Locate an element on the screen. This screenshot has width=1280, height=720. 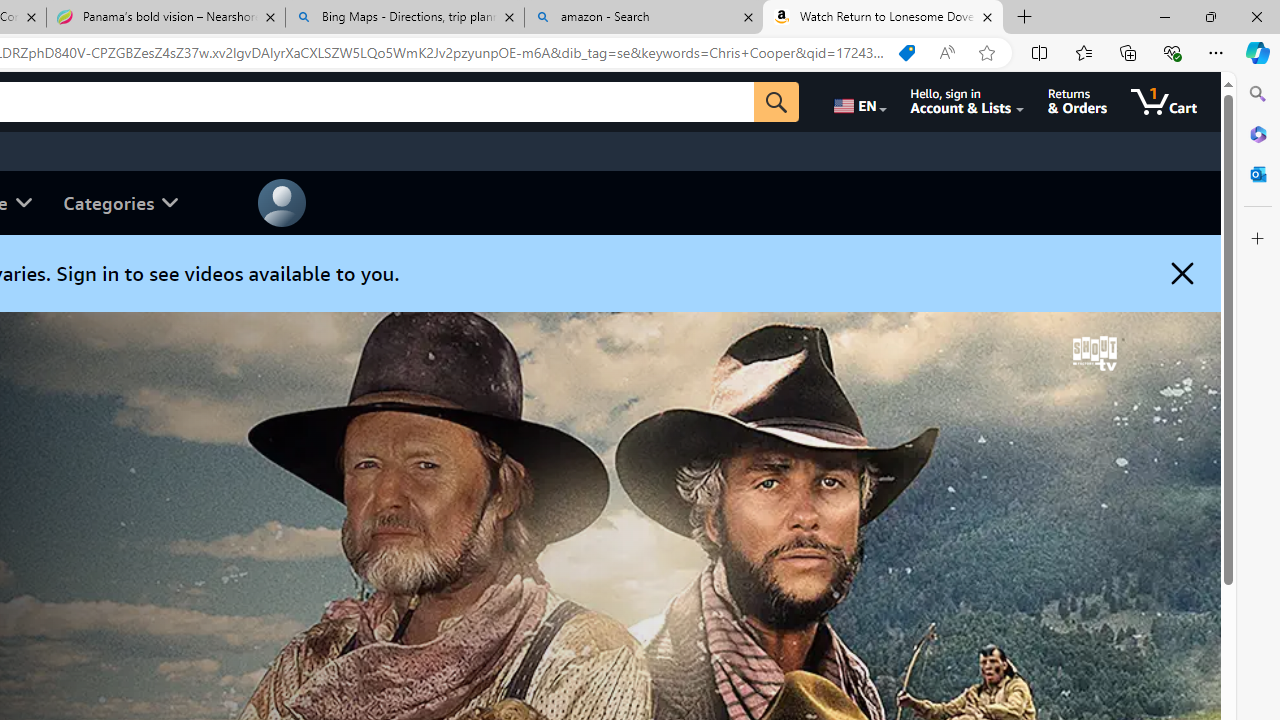
'Categories' is located at coordinates (119, 203).